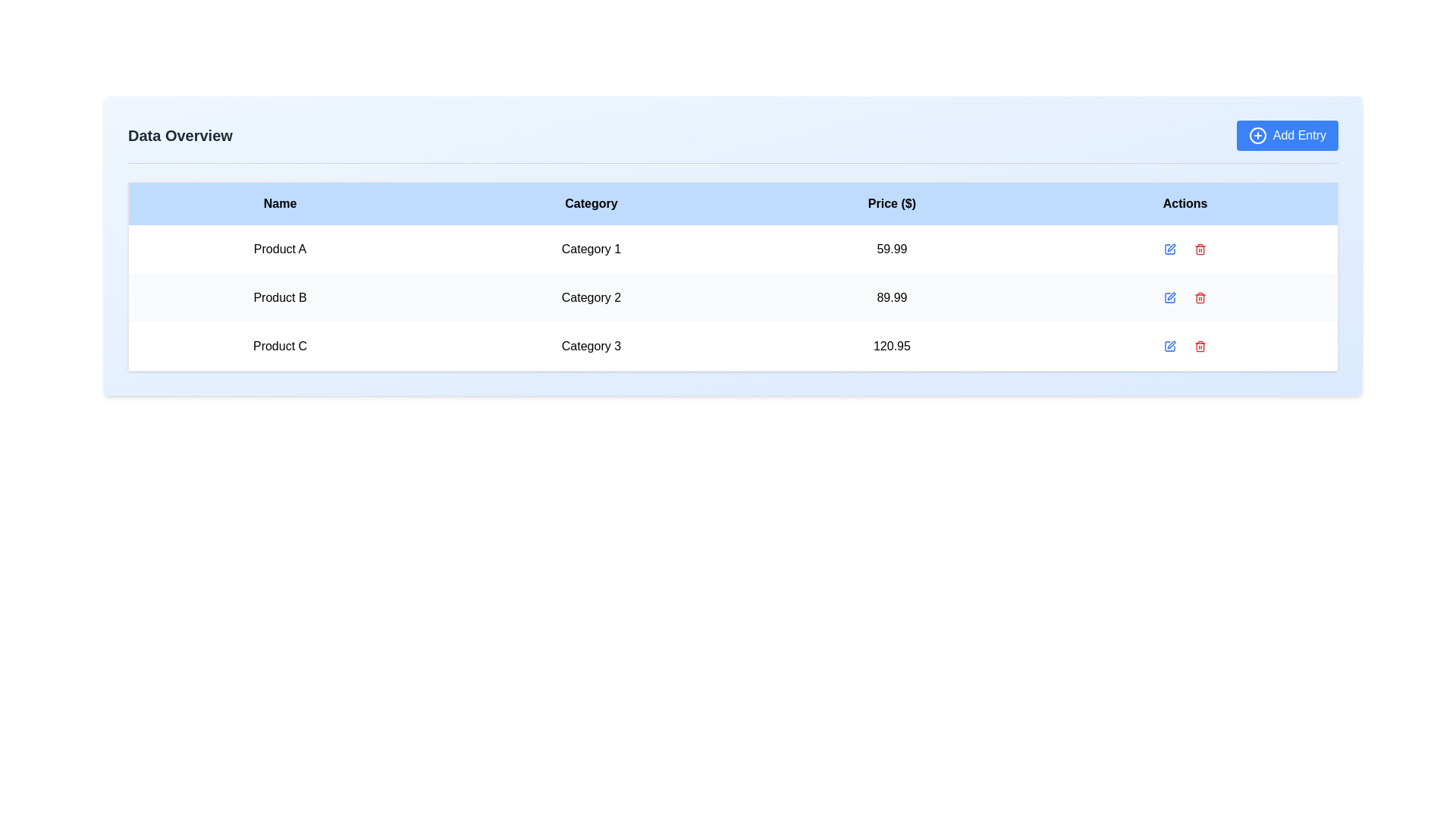 This screenshot has height=819, width=1456. What do you see at coordinates (892, 202) in the screenshot?
I see `'Price ($)' Table Column Header, which is the third column header in the table, displayed in bold black text on a light blue background` at bounding box center [892, 202].